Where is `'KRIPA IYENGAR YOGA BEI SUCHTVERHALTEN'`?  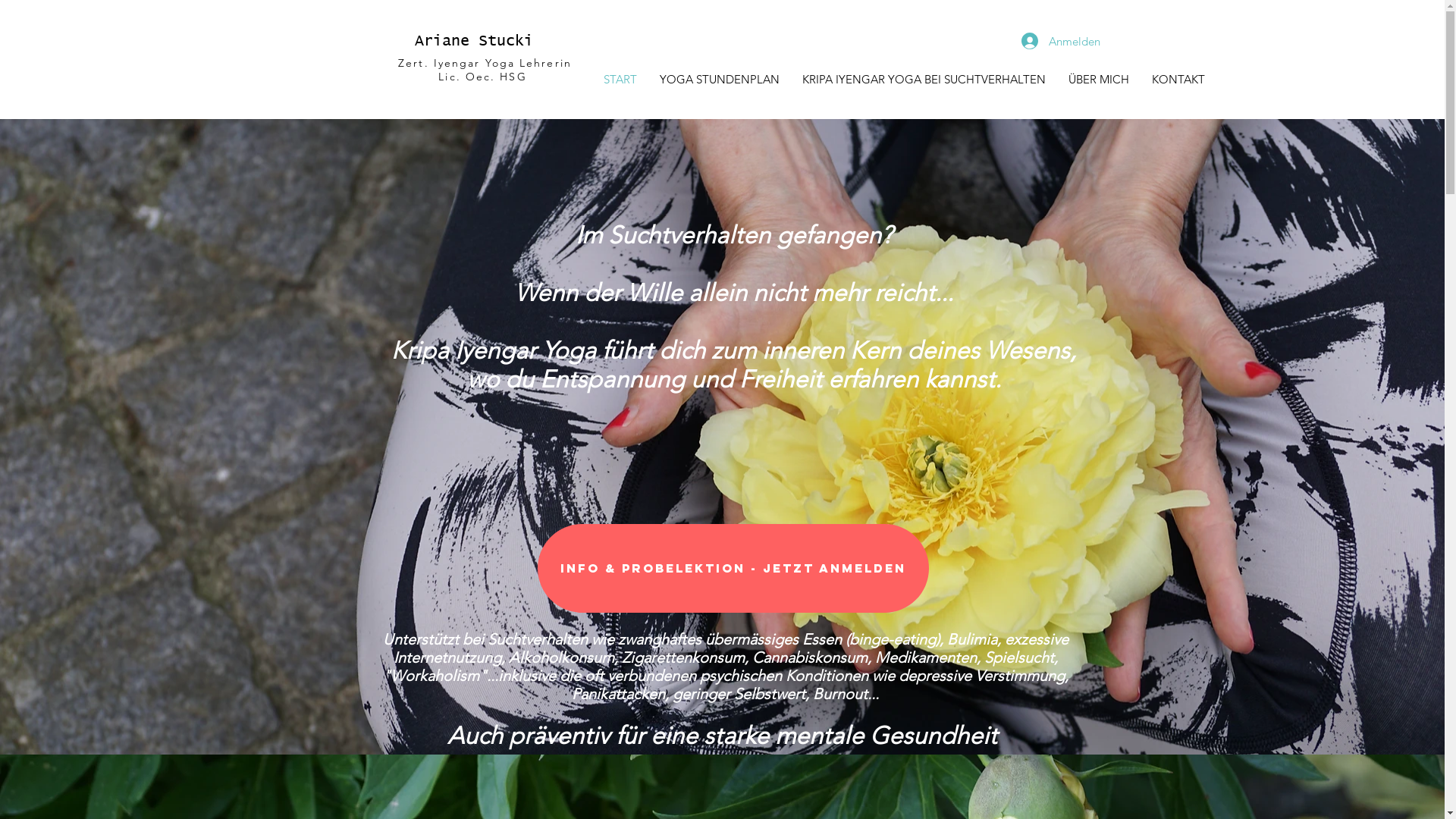
'KRIPA IYENGAR YOGA BEI SUCHTVERHALTEN' is located at coordinates (922, 79).